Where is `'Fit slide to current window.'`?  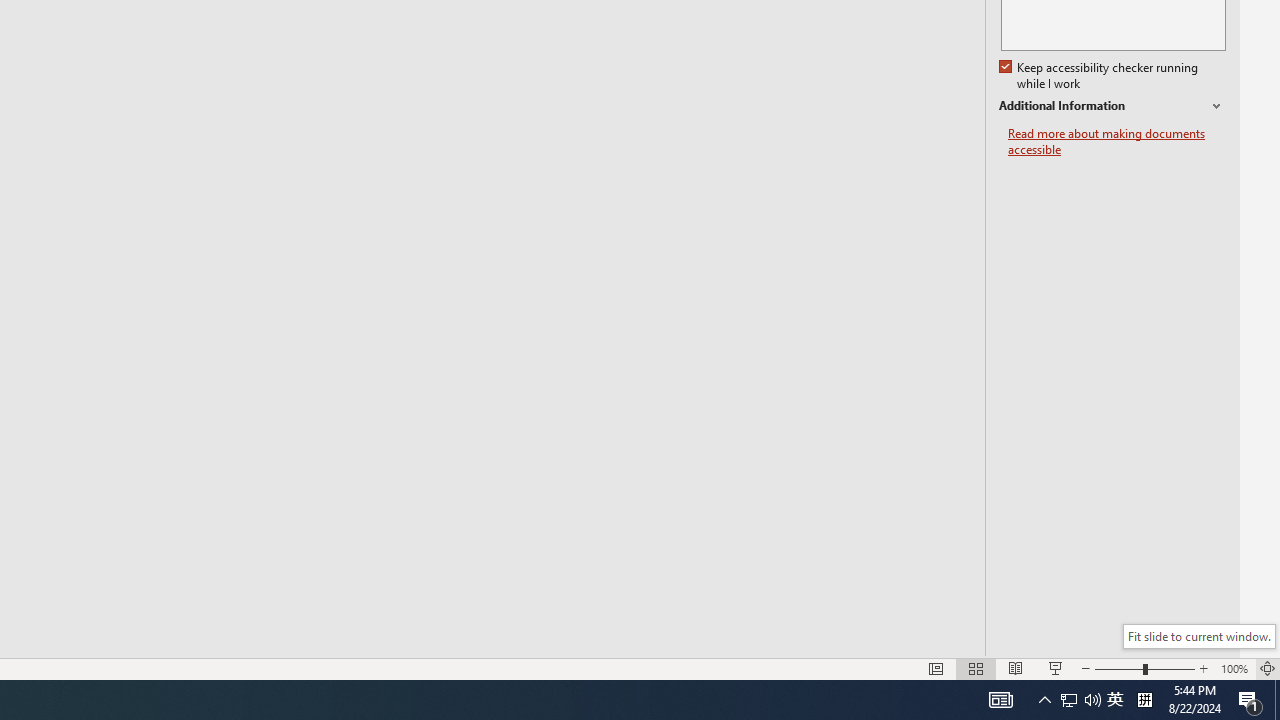
'Fit slide to current window.' is located at coordinates (1199, 636).